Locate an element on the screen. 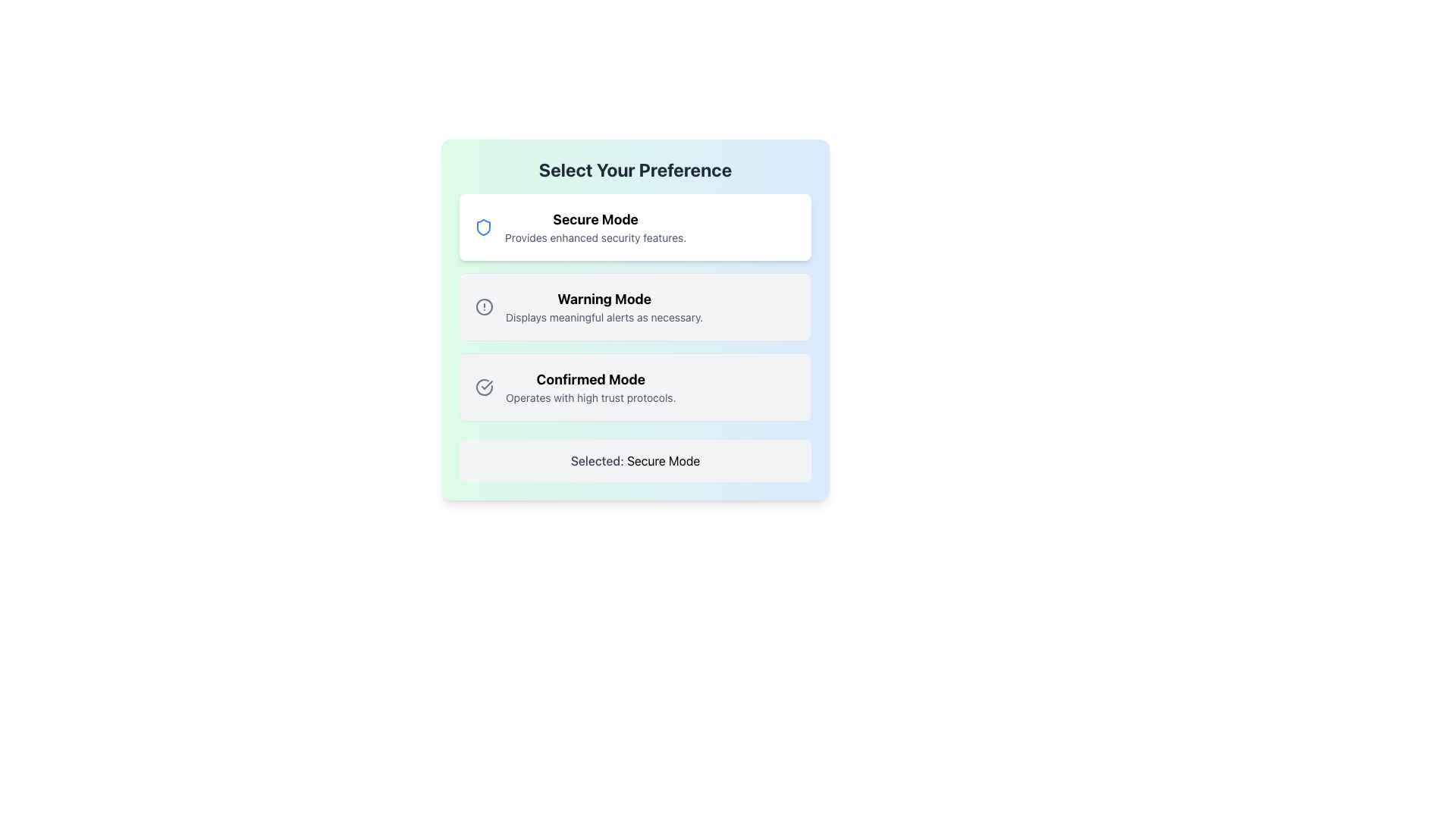  the 'Secure Mode' descriptive label located at the top center of the first option card in the selection menu is located at coordinates (595, 227).